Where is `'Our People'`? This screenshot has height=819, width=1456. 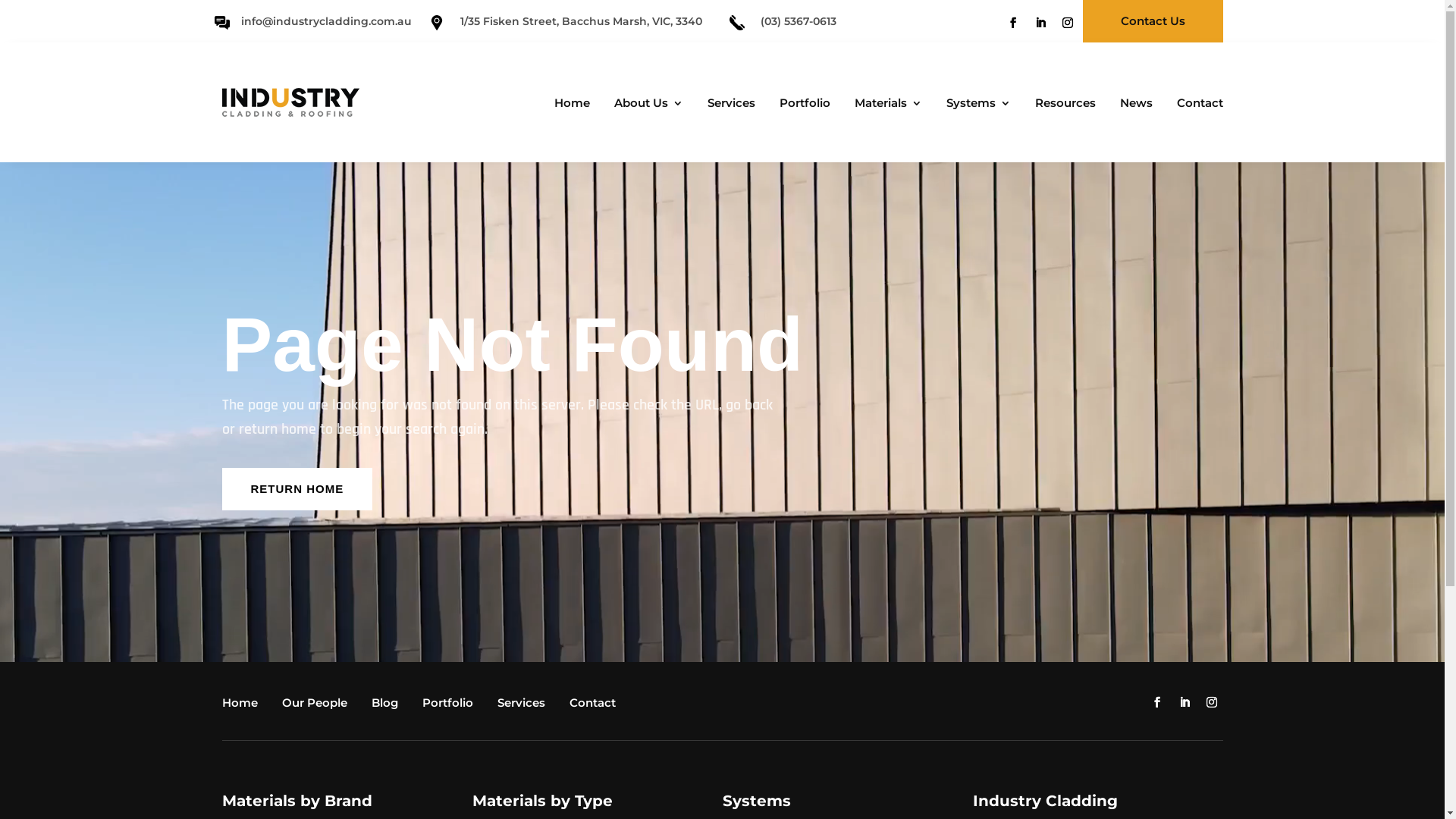
'Our People' is located at coordinates (282, 705).